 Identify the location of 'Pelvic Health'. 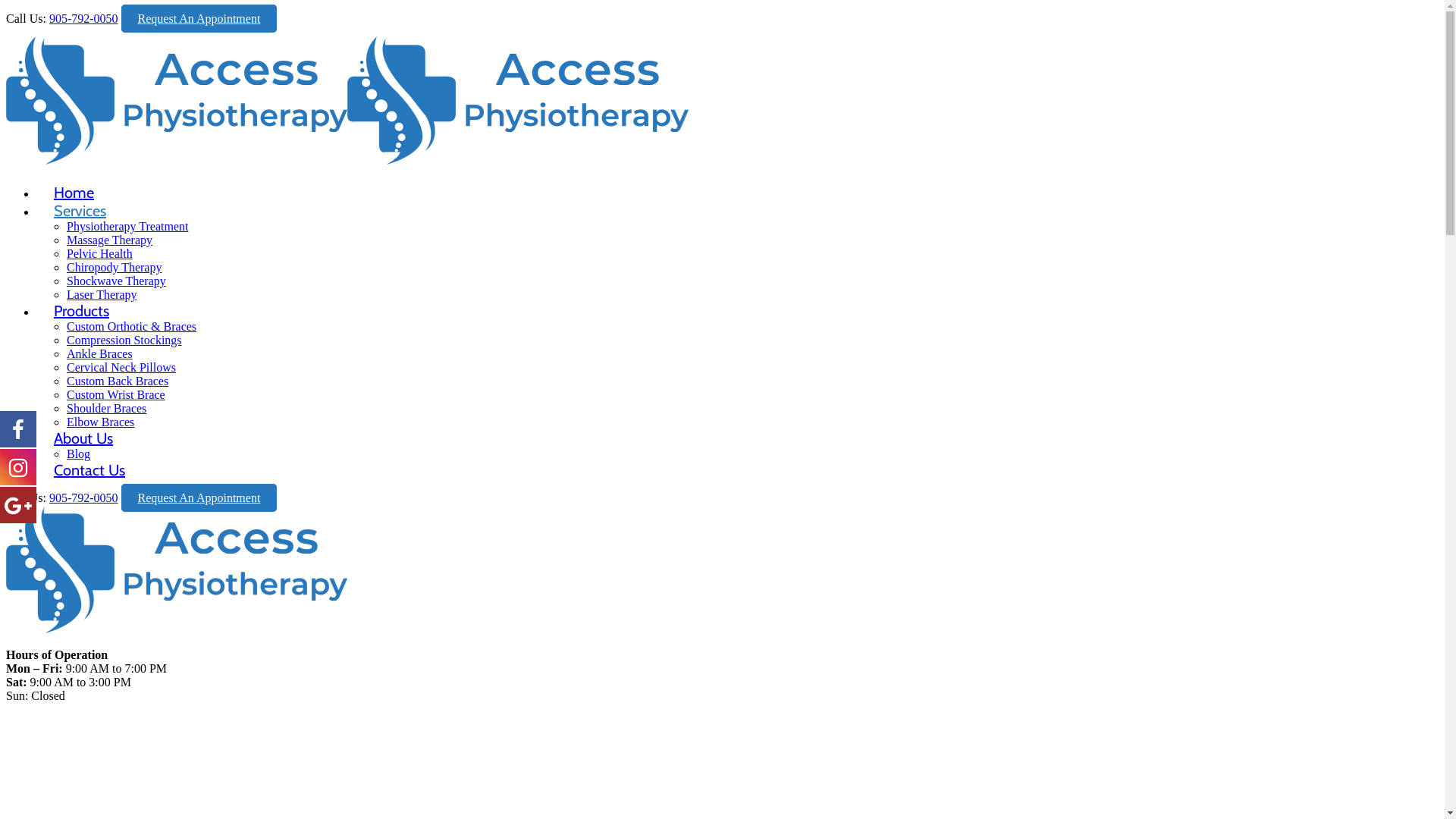
(99, 253).